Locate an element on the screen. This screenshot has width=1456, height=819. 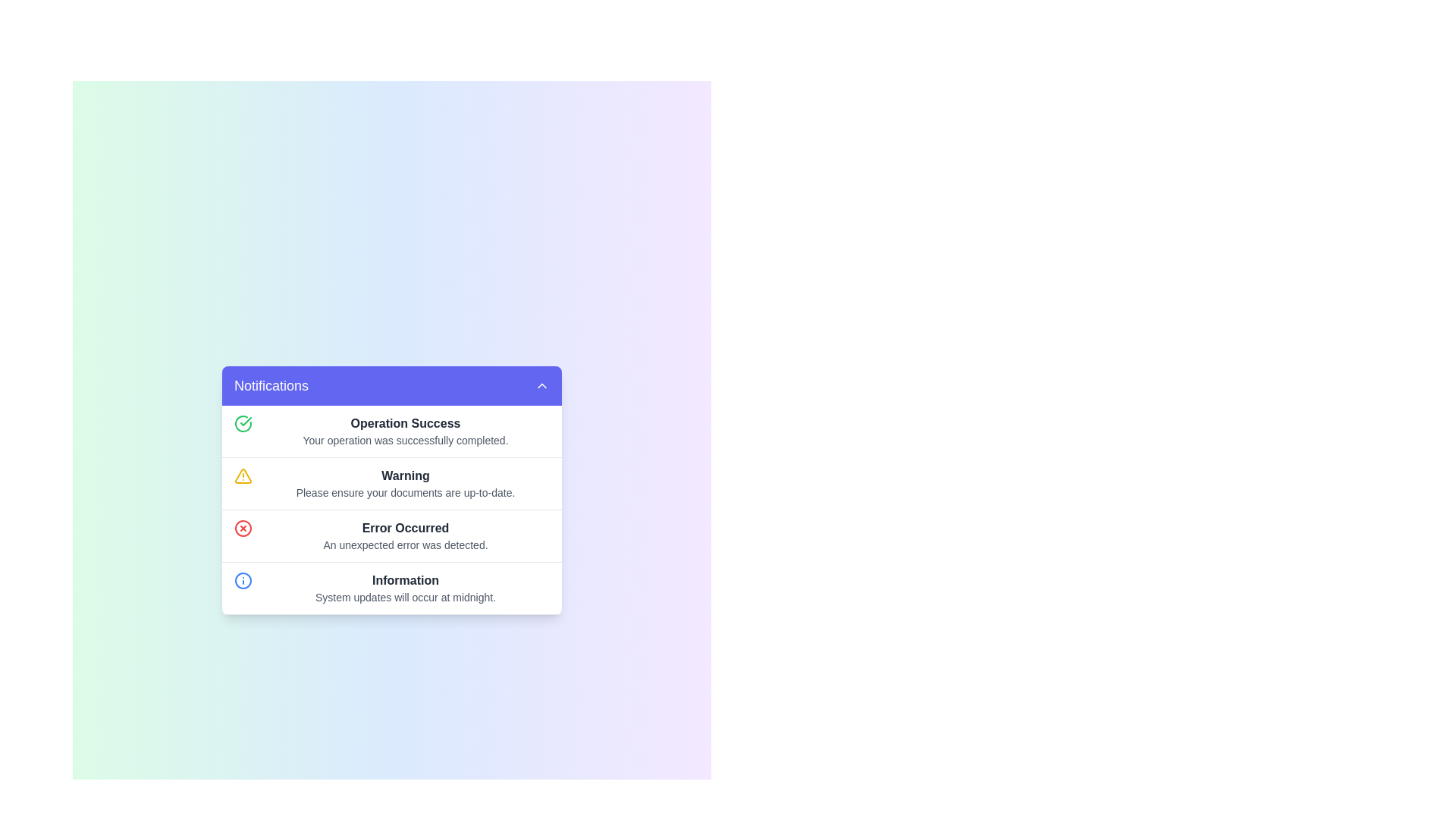
the text group containing the heading 'Information' and the description 'System updates will occur at midnight', which is the fourth item in the 'Notifications' panel is located at coordinates (405, 587).